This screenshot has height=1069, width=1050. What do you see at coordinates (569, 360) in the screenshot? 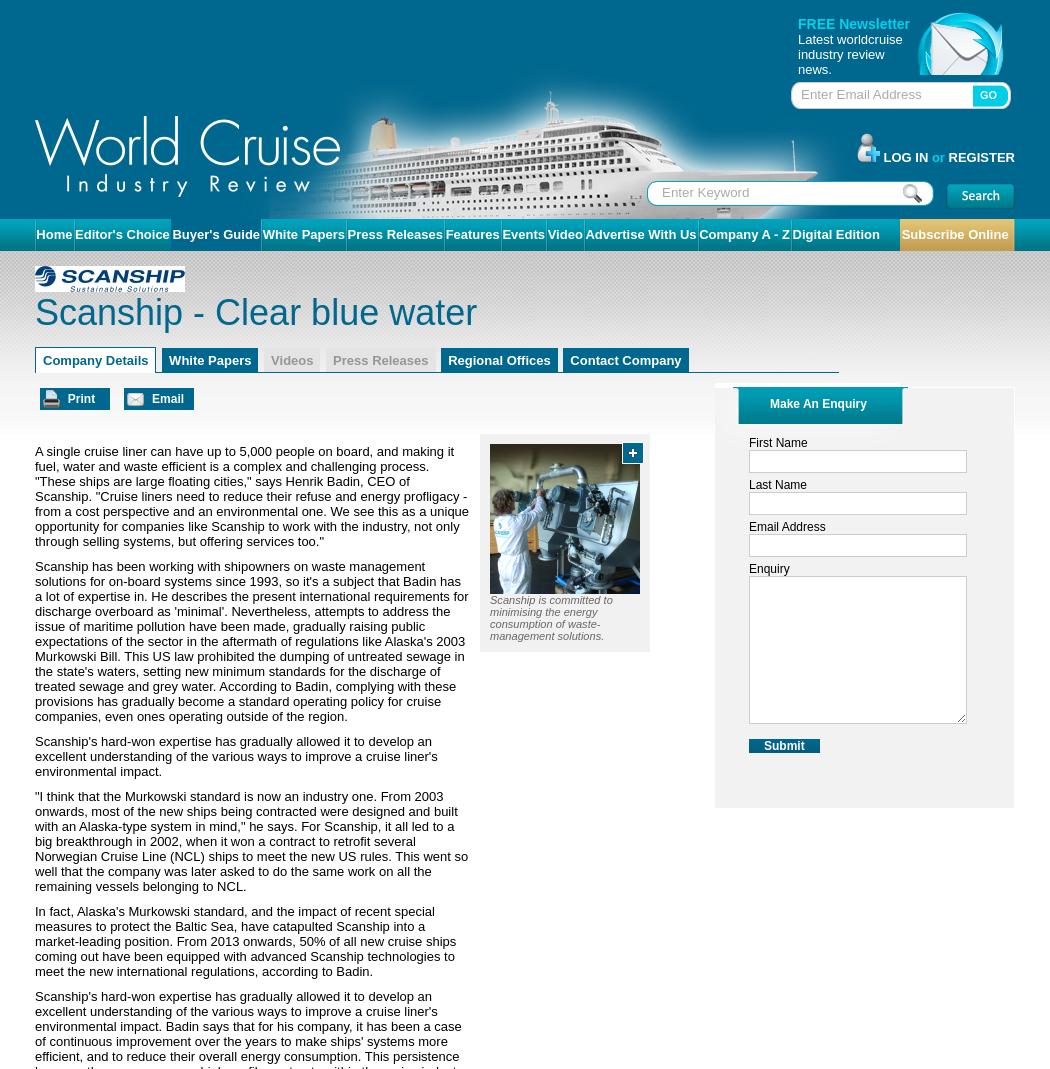
I see `'Contact Company'` at bounding box center [569, 360].